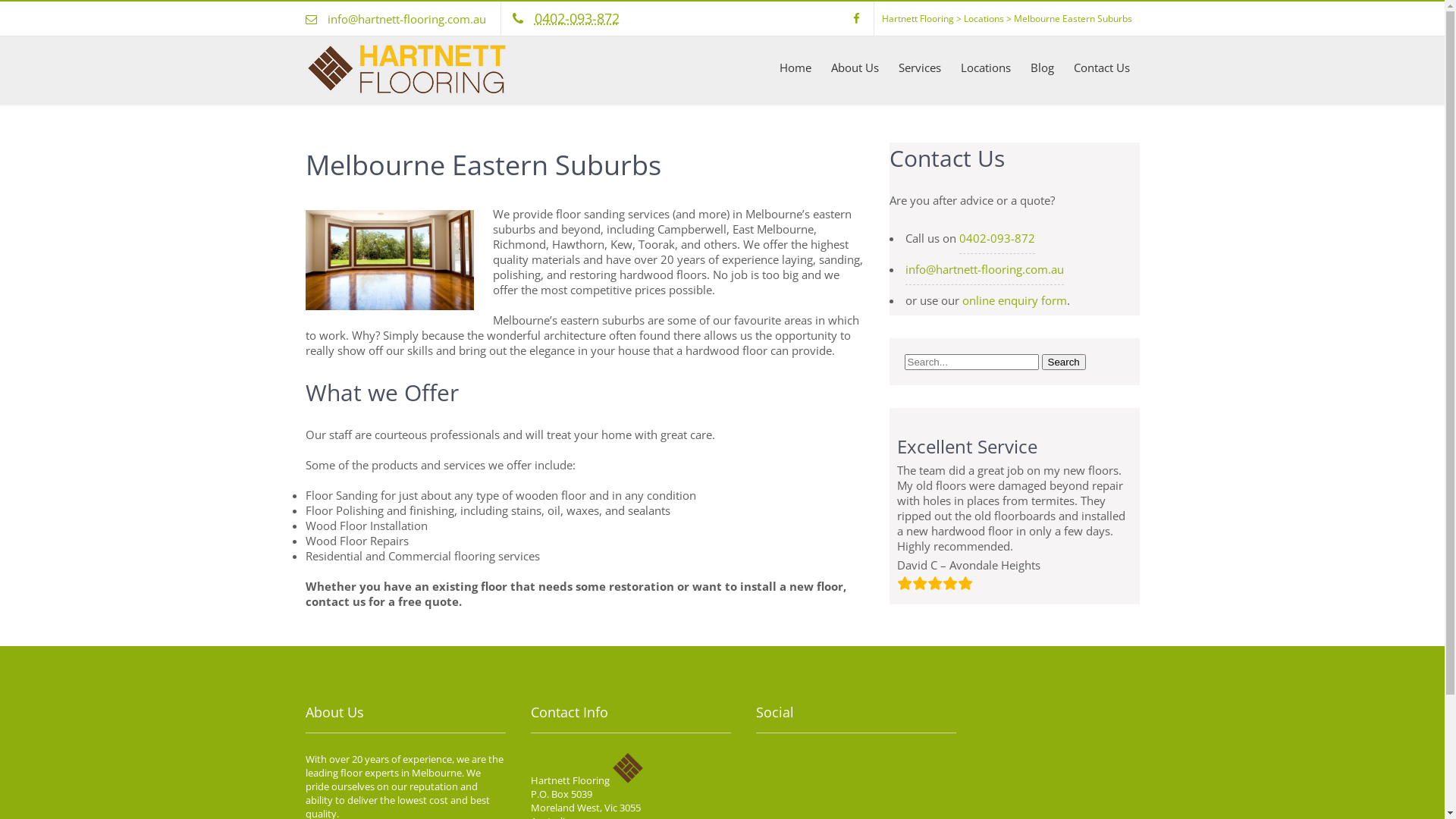 The width and height of the screenshot is (1456, 819). Describe the element at coordinates (327, 18) in the screenshot. I see `'info@hartnett-flooring.com.au'` at that location.